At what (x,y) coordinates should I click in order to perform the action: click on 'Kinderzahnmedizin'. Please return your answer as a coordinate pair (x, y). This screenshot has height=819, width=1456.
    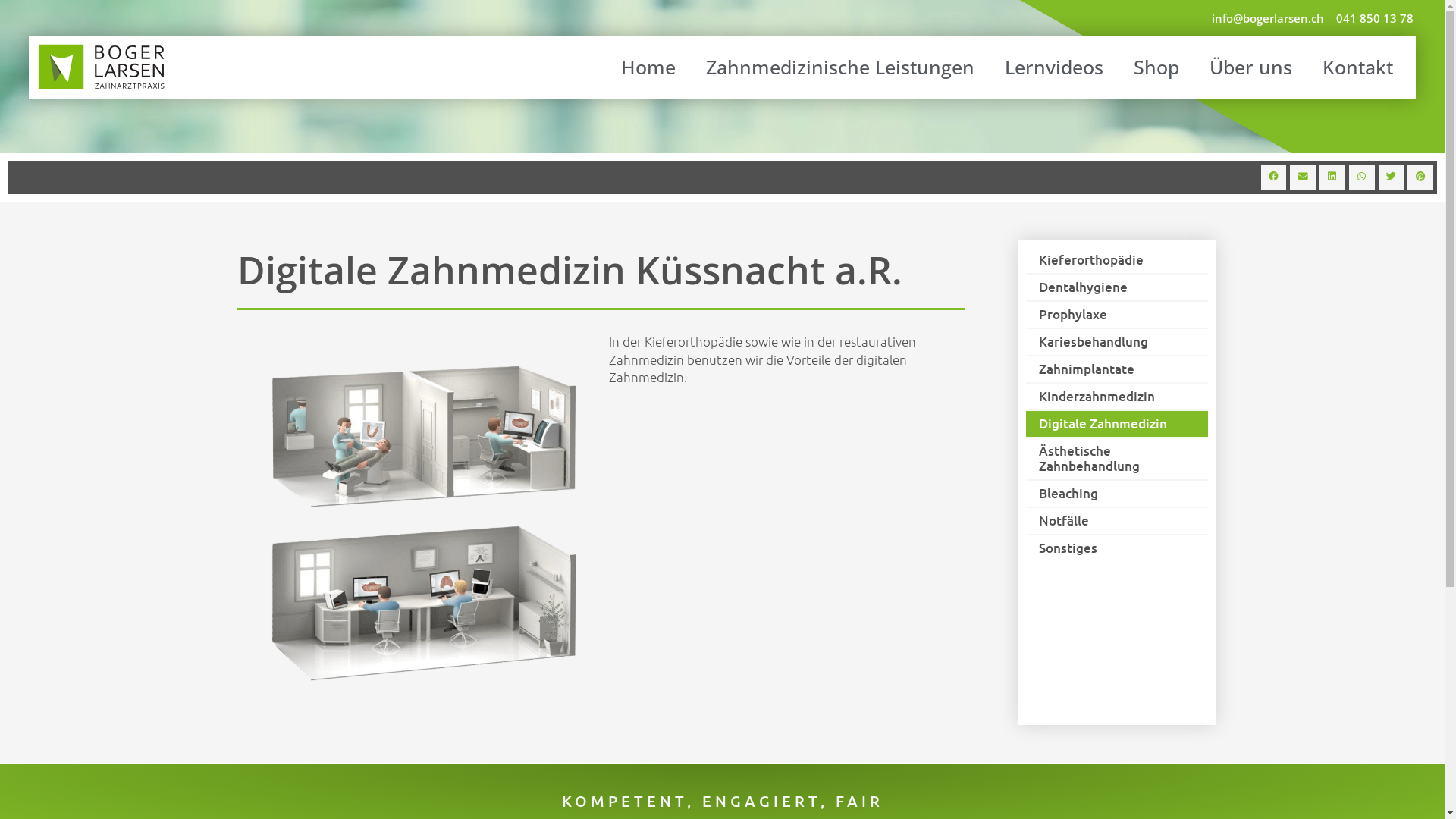
    Looking at the image, I should click on (1116, 396).